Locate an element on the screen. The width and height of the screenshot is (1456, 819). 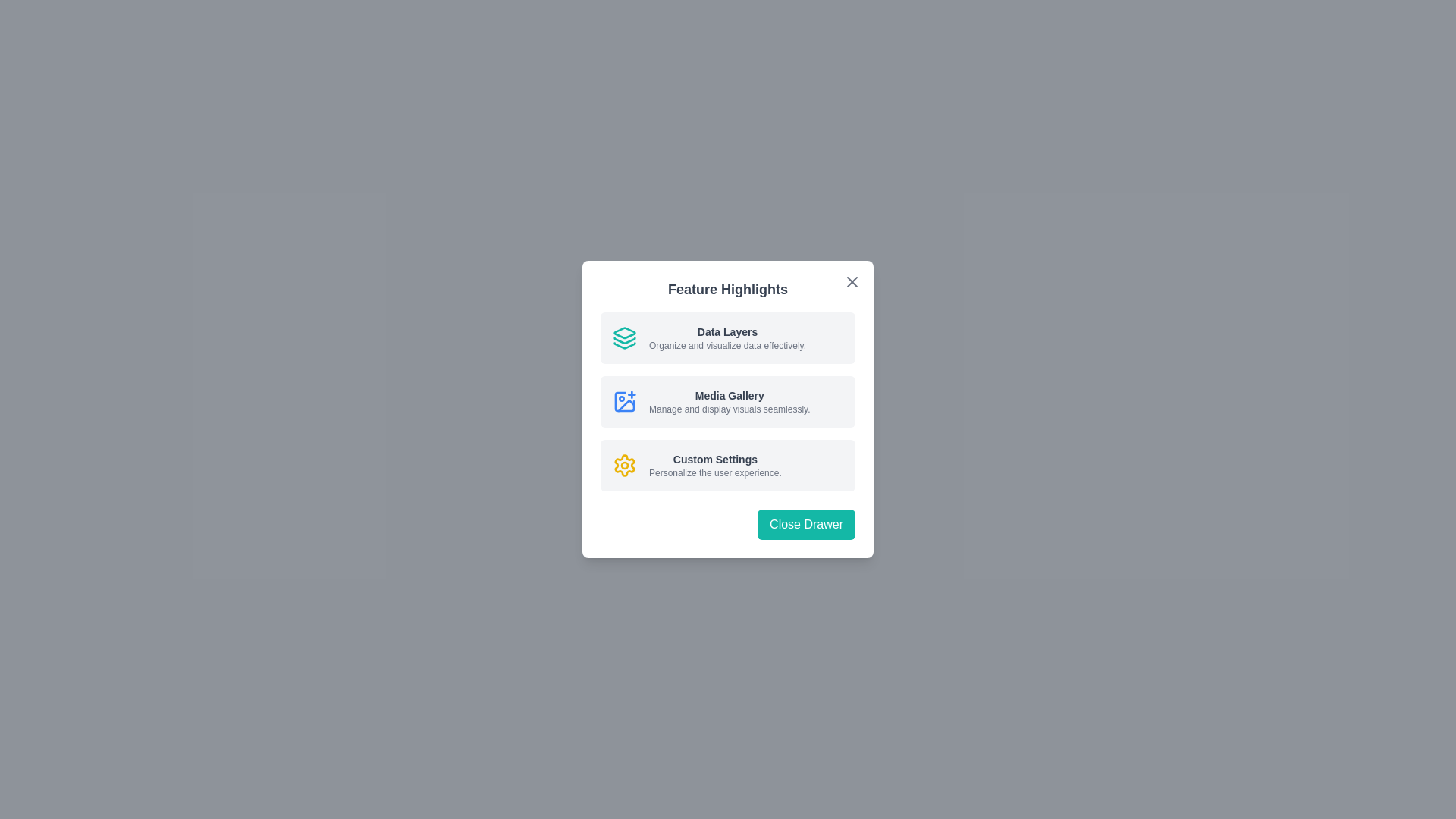
the text label reading 'Organize and visualize data effectively.' located beneath the title 'Data Layers' in the 'Feature Highlights' modal dialog box is located at coordinates (726, 345).